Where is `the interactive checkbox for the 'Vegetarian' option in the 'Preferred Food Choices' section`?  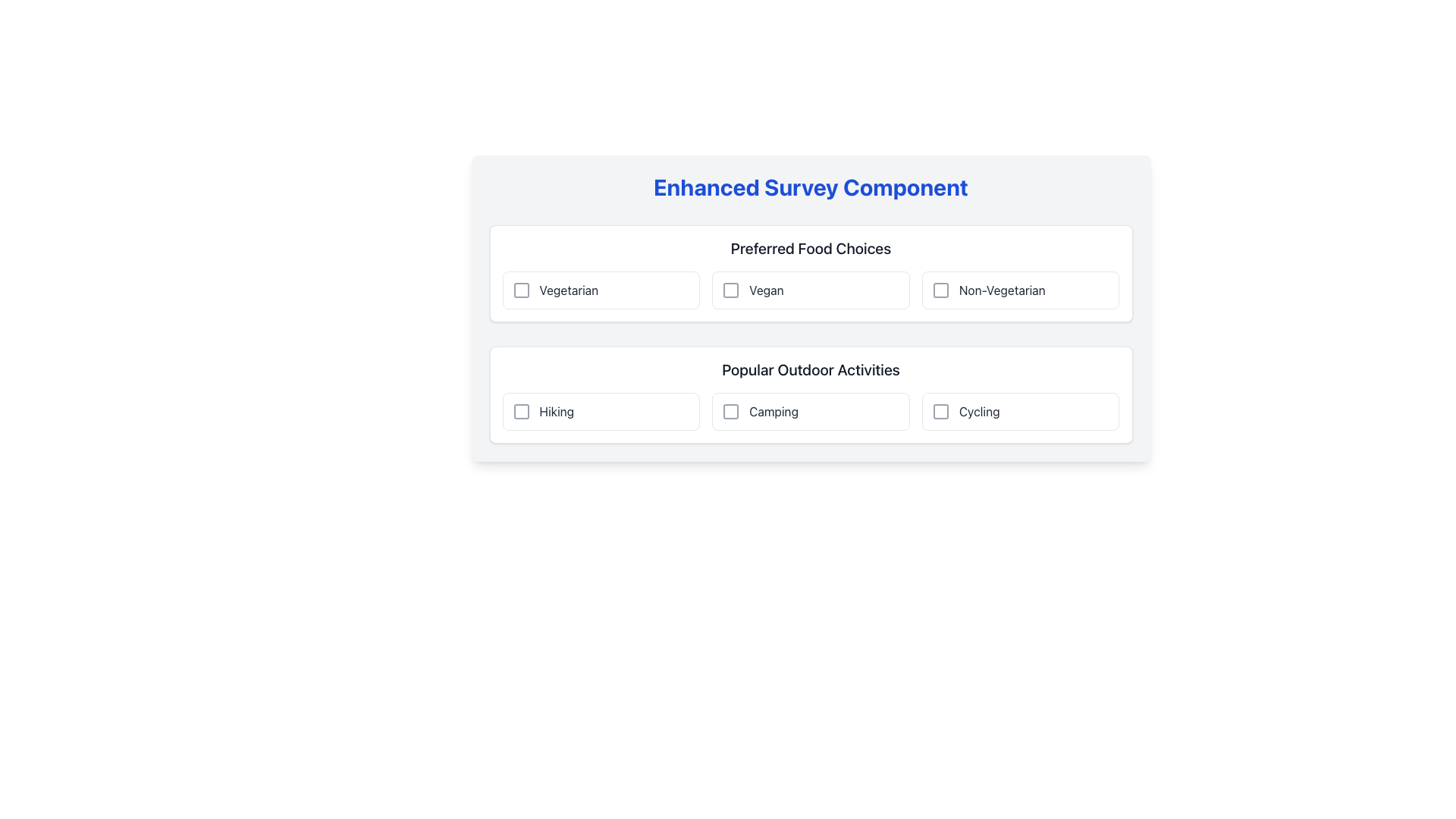 the interactive checkbox for the 'Vegetarian' option in the 'Preferred Food Choices' section is located at coordinates (521, 290).